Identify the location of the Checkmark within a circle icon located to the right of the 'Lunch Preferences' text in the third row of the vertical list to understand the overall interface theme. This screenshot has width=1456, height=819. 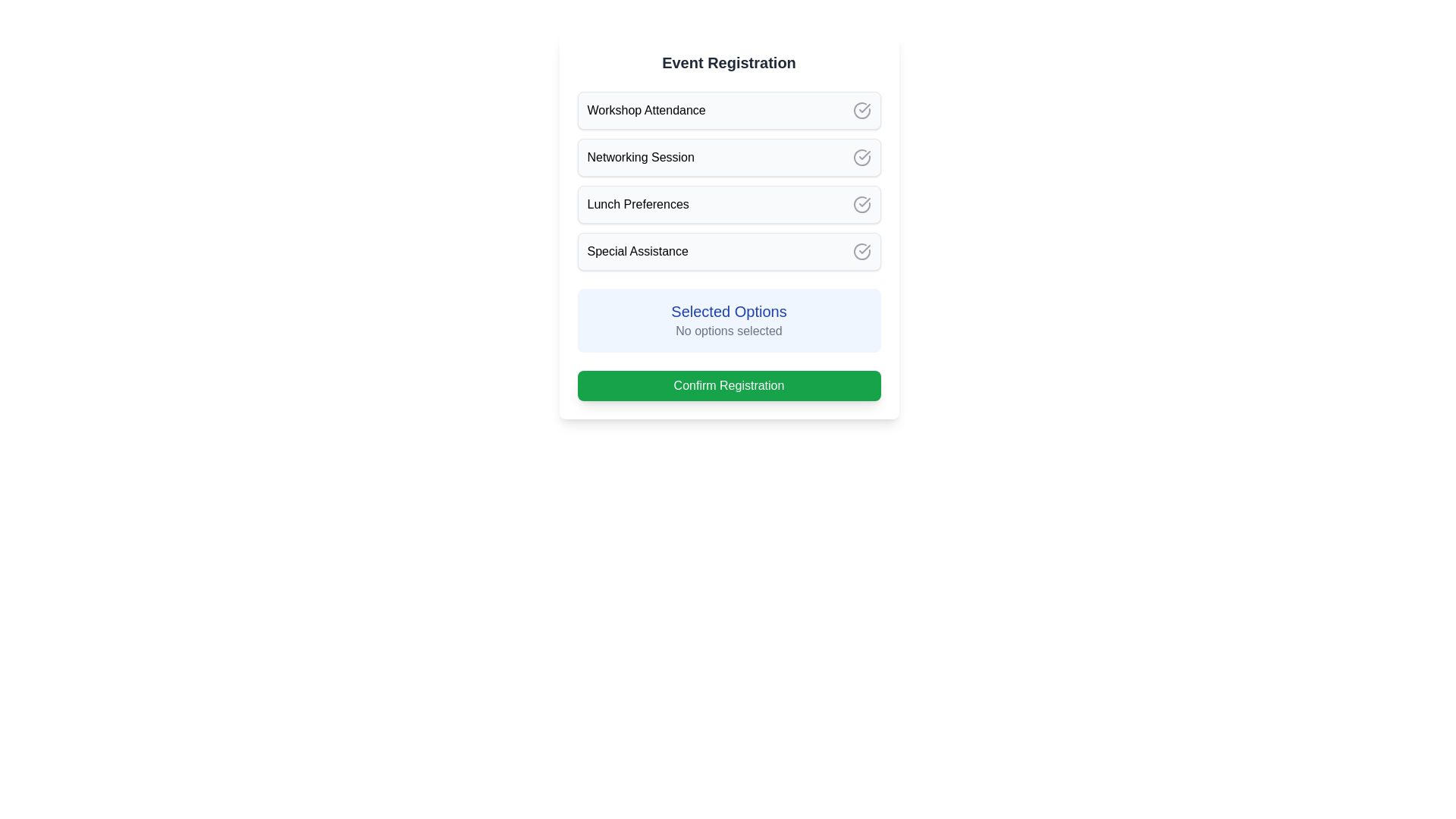
(861, 205).